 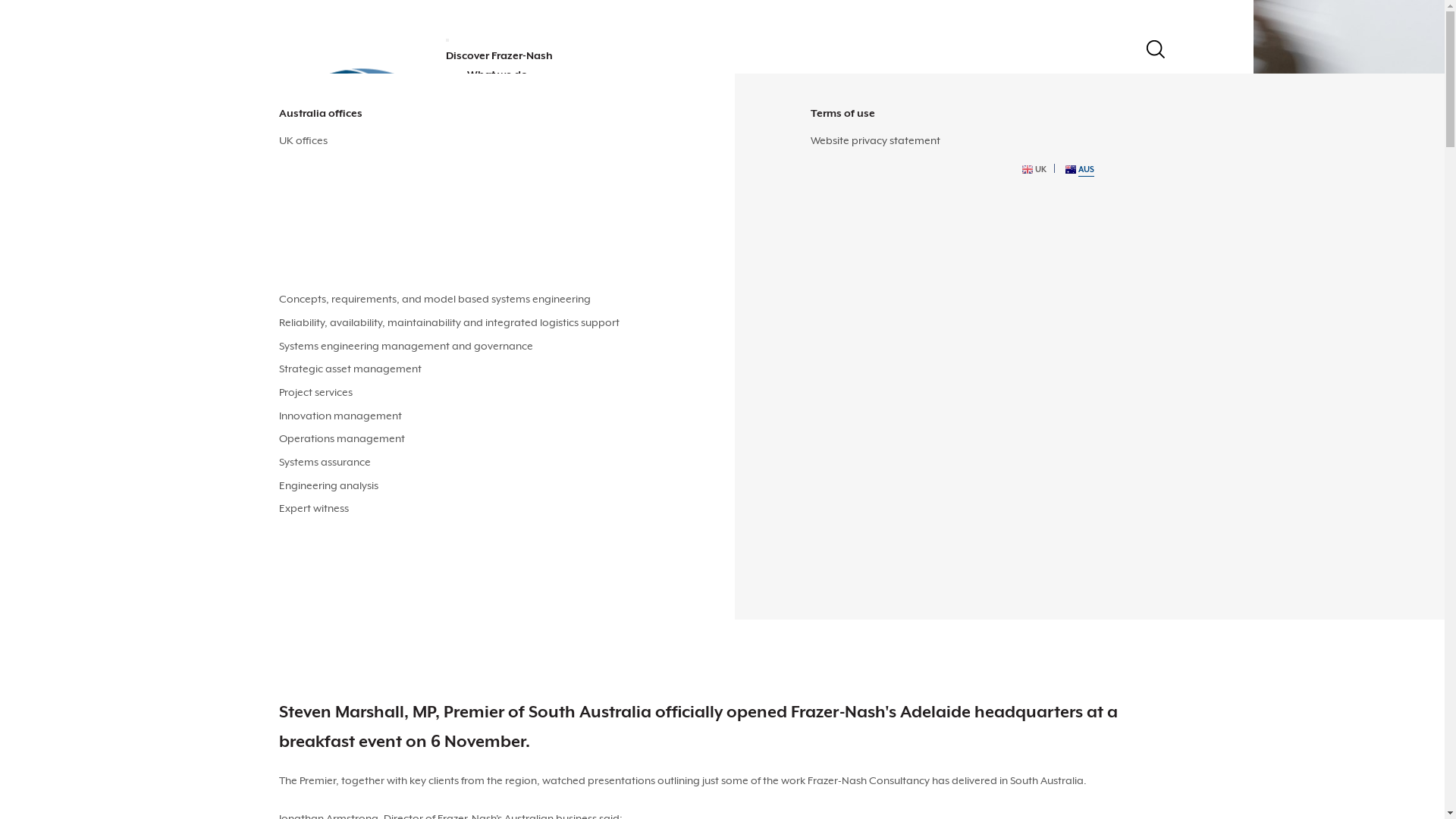 What do you see at coordinates (341, 438) in the screenshot?
I see `'Operations management'` at bounding box center [341, 438].